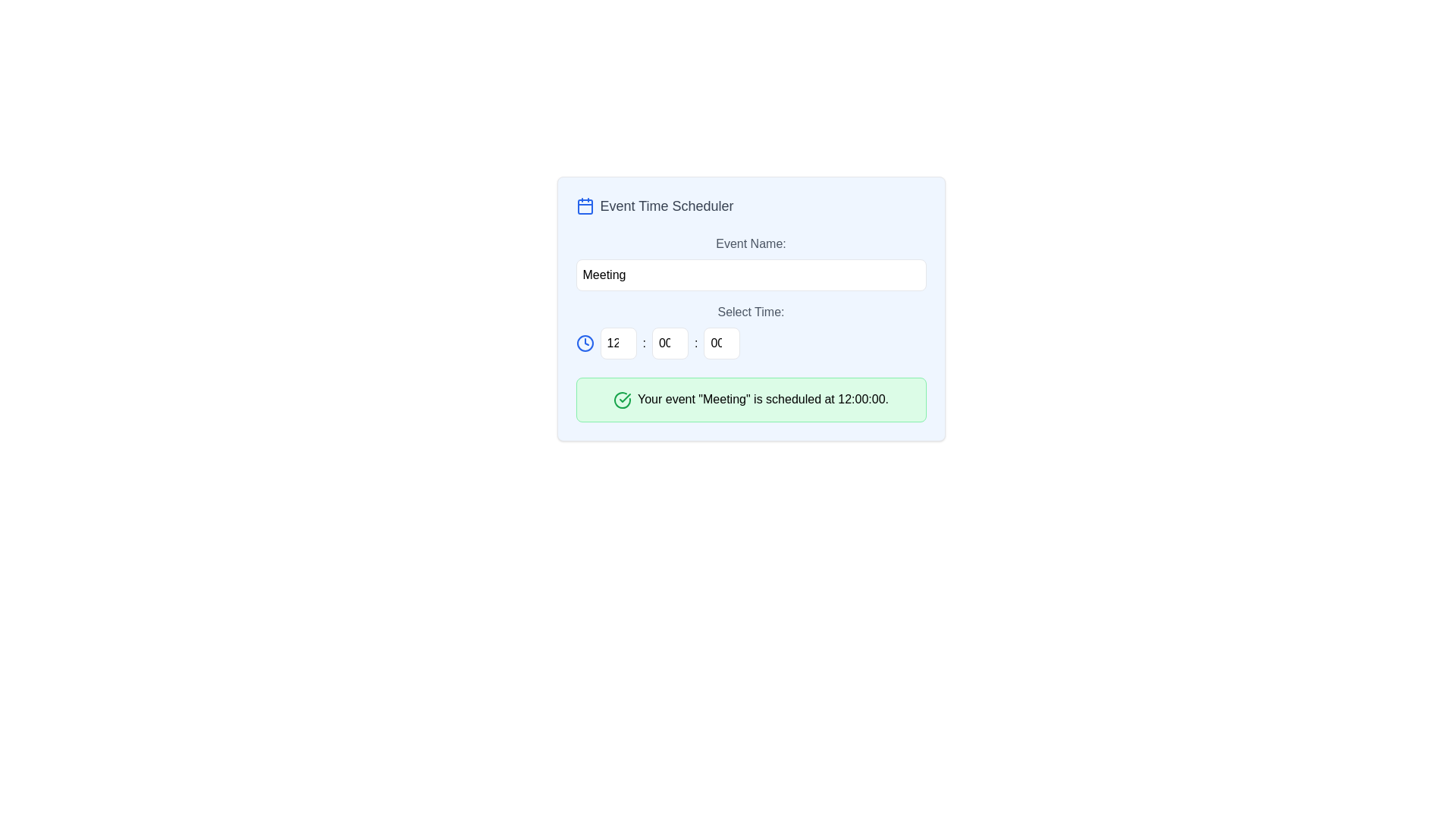 The image size is (1456, 819). Describe the element at coordinates (584, 207) in the screenshot. I see `the inner rectangle of the calendar icon, which is part of the visual representation conveying scheduling or date-related functionality` at that location.